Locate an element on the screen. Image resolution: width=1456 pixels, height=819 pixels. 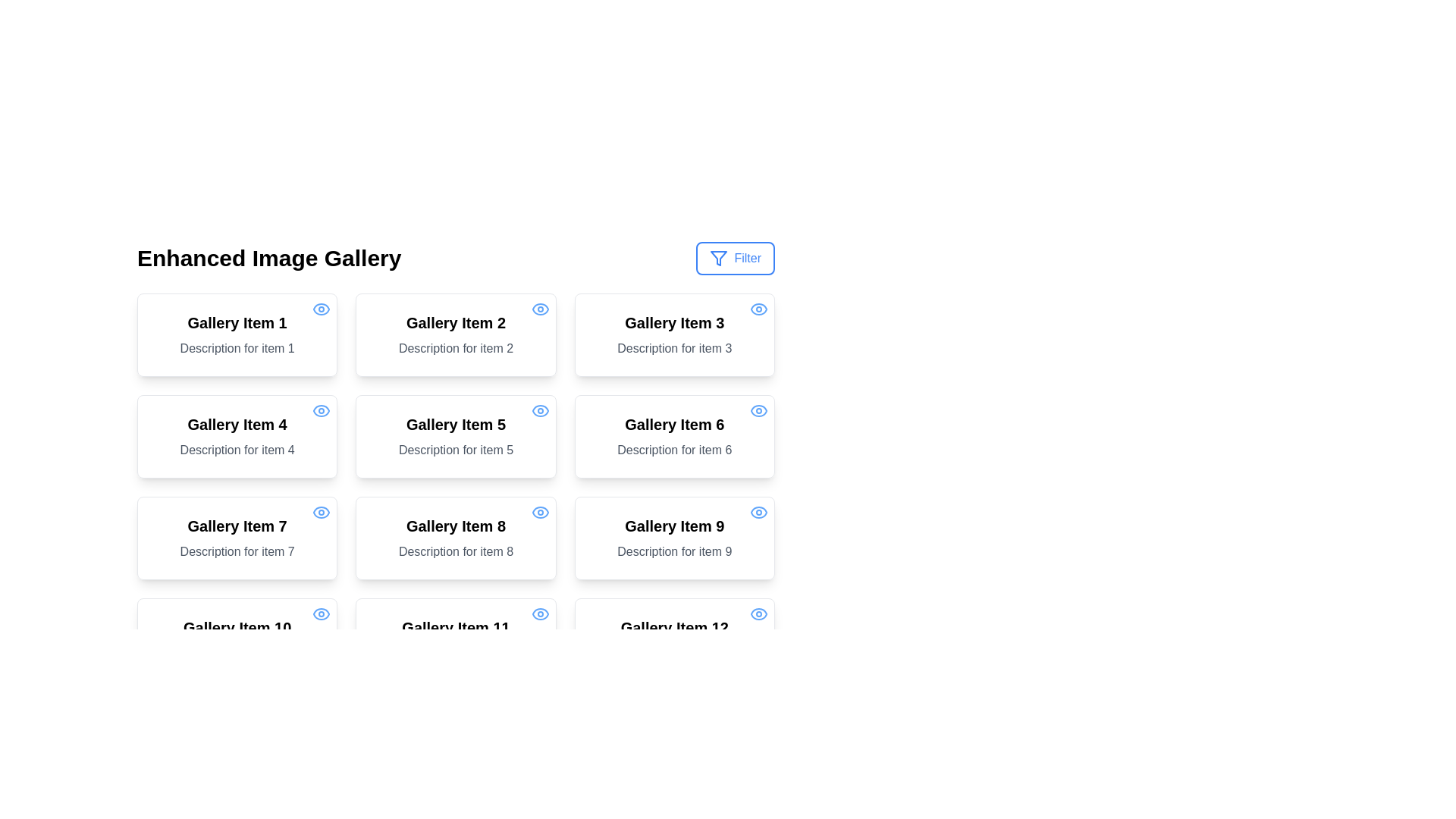
text content of the bold label displaying 'Gallery Item 7', located in the card layout in the third row and first column of the grid interface is located at coordinates (237, 526).